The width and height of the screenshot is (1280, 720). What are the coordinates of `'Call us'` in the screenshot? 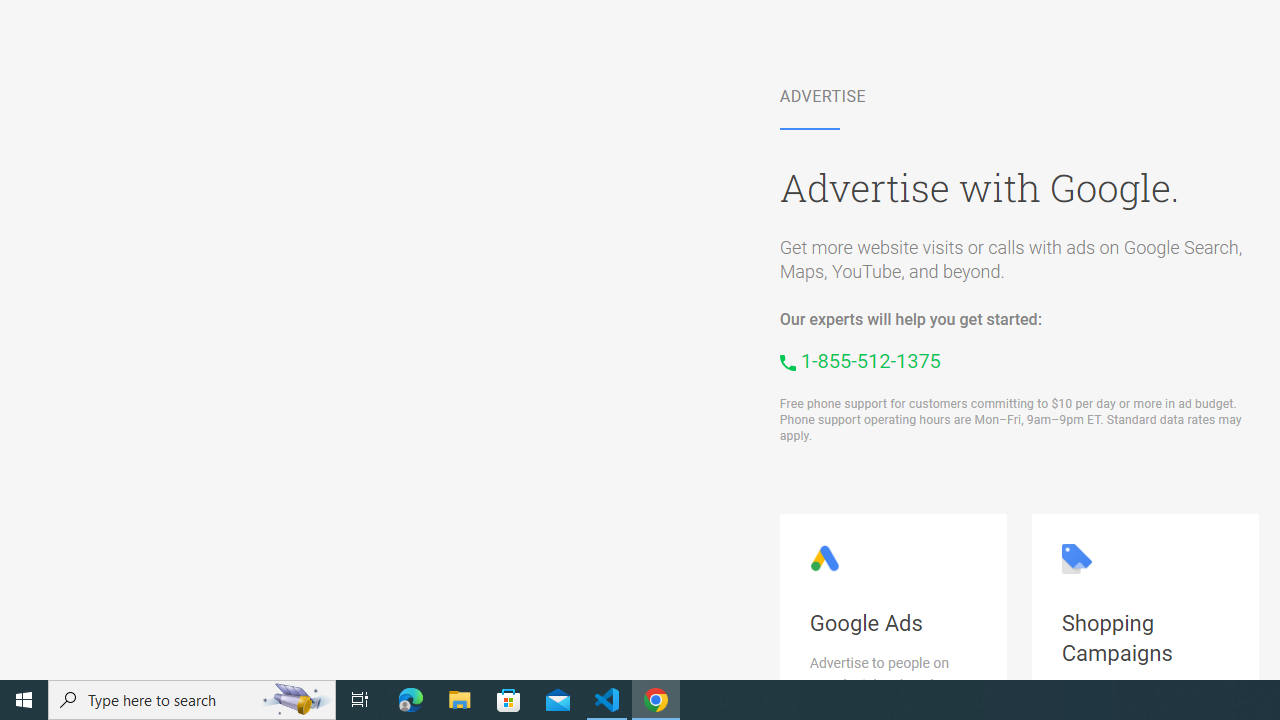 It's located at (860, 361).